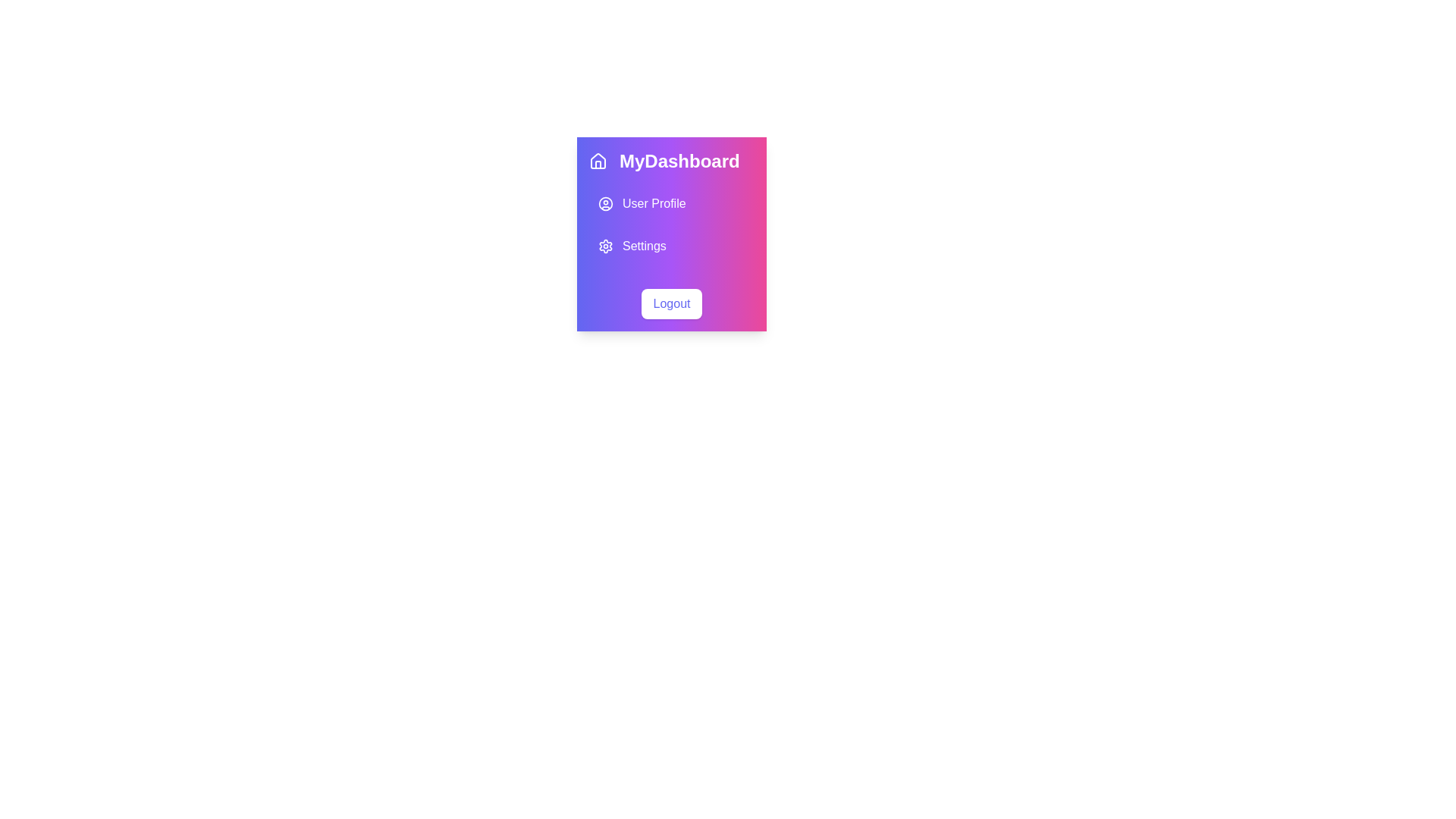  Describe the element at coordinates (604, 203) in the screenshot. I see `the circular user profile icon with a white stroke that is located to the left of the 'User Profile' text` at that location.